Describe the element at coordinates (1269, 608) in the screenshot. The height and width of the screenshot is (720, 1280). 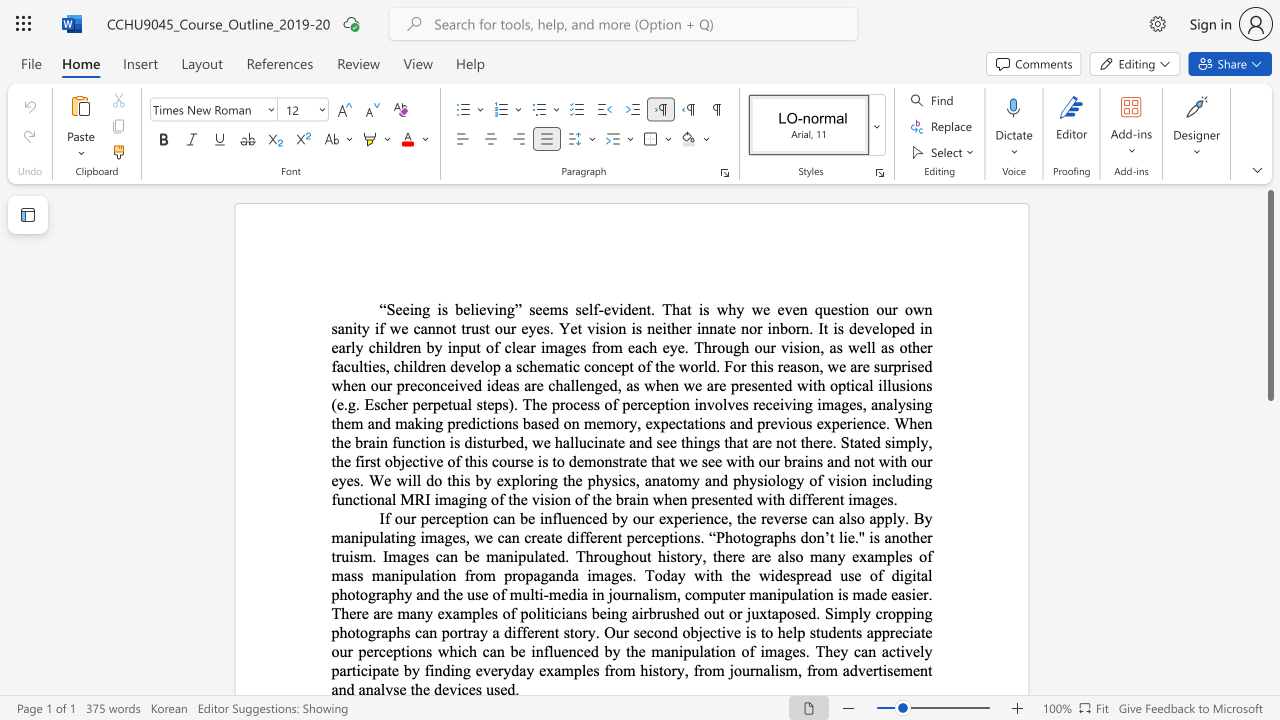
I see `the scrollbar on the side` at that location.